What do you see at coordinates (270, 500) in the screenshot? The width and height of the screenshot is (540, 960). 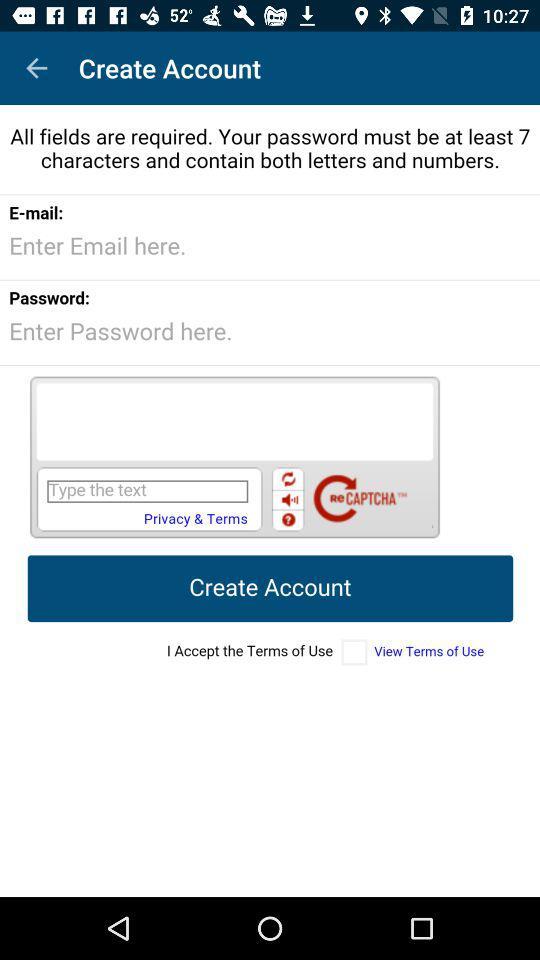 I see `our account` at bounding box center [270, 500].